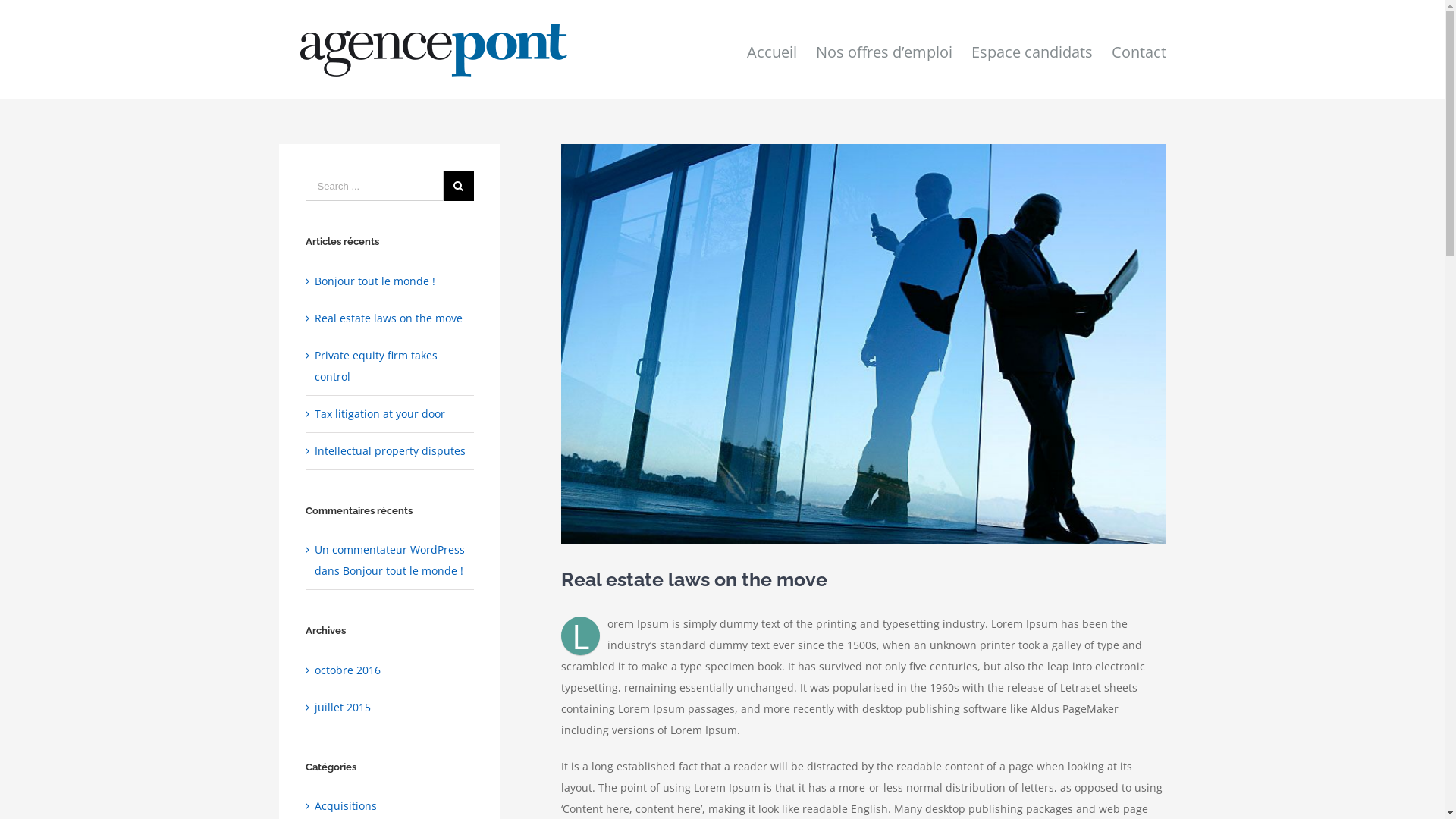 The width and height of the screenshot is (1456, 819). Describe the element at coordinates (341, 707) in the screenshot. I see `'juillet 2015'` at that location.